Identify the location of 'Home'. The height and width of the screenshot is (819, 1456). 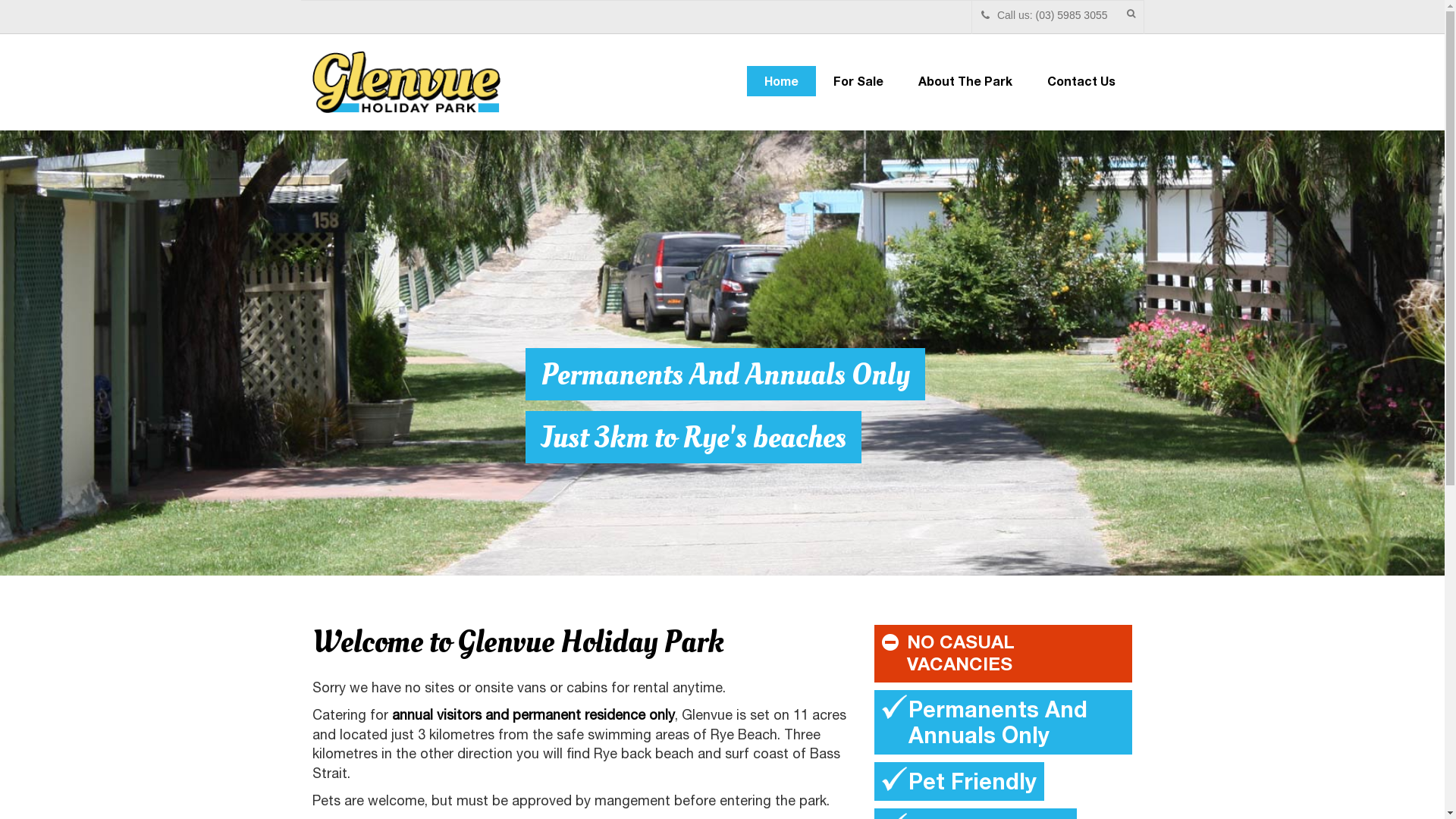
(780, 81).